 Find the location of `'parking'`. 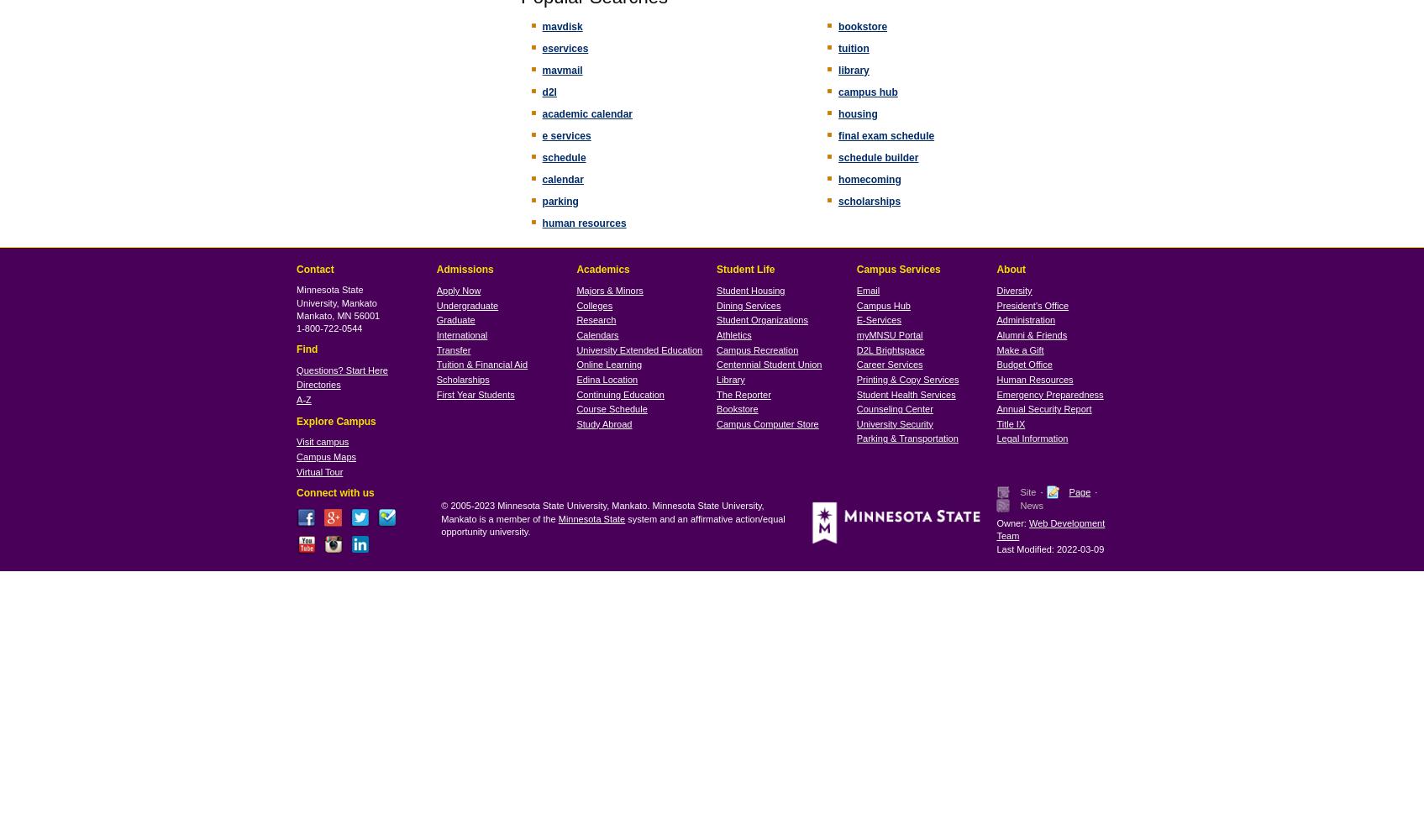

'parking' is located at coordinates (560, 200).